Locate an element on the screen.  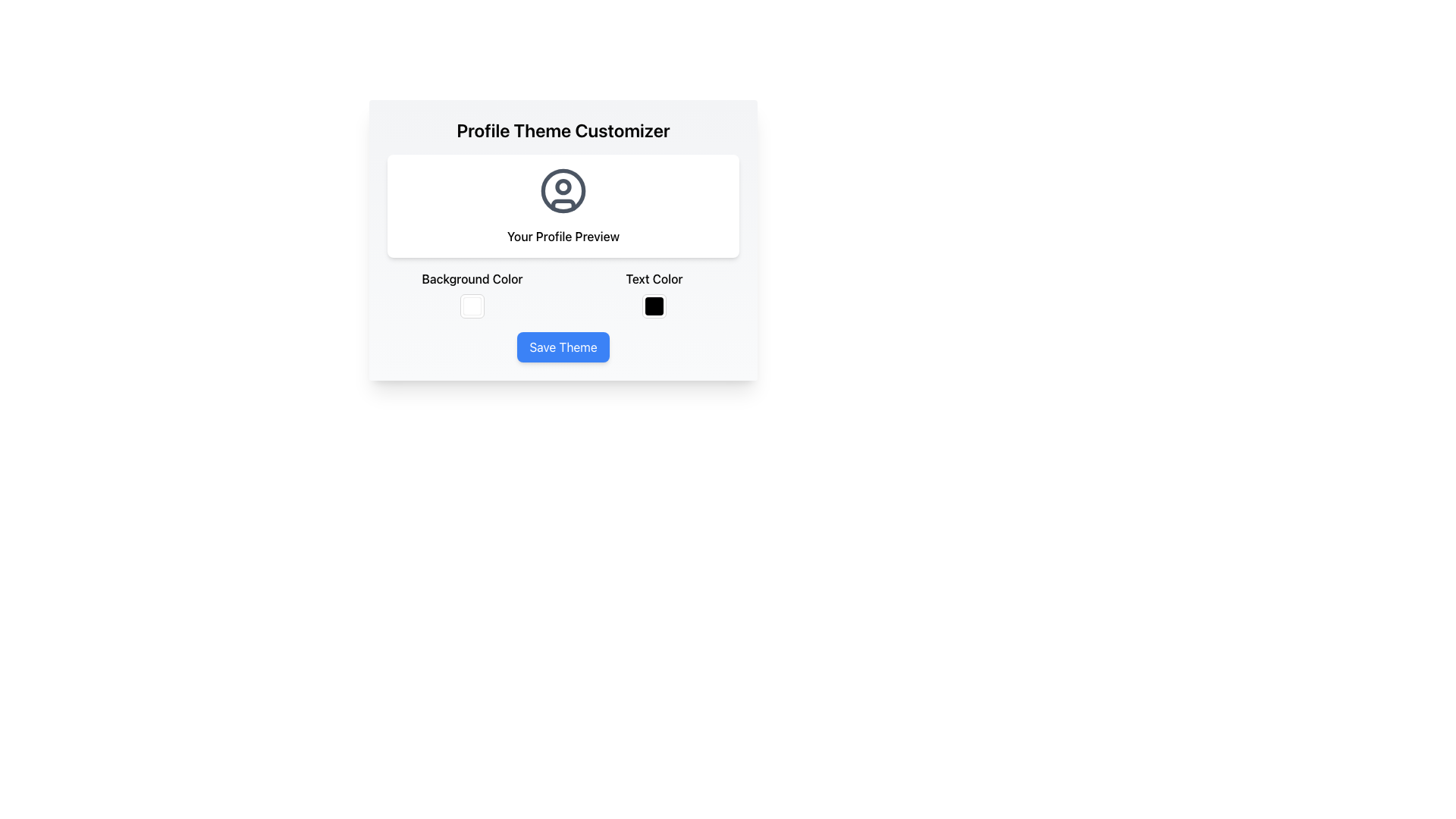
the user profile image icon located in the 'Your Profile Preview' section, directly above the 'Your Profile Preview' text is located at coordinates (563, 190).